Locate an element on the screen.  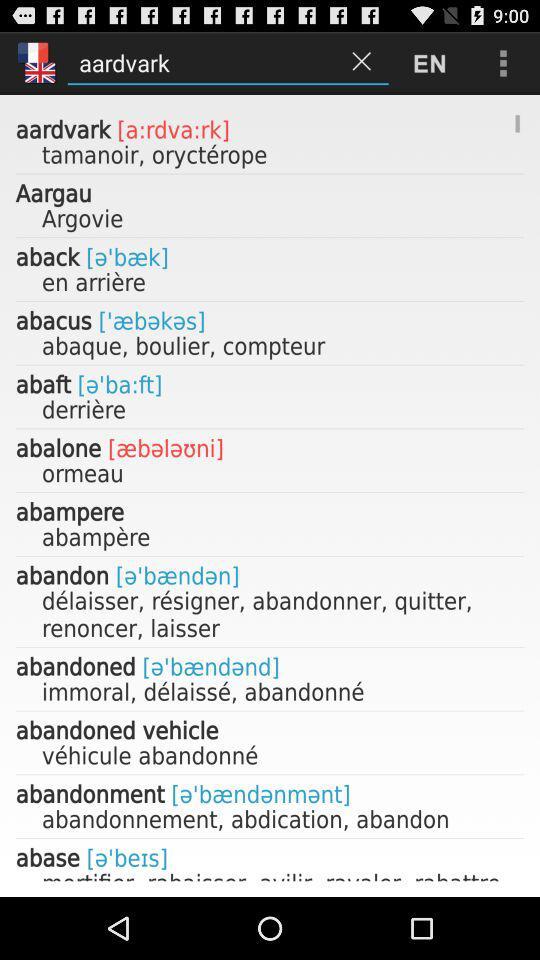
the three dots button on the top right corner of the web page is located at coordinates (502, 63).